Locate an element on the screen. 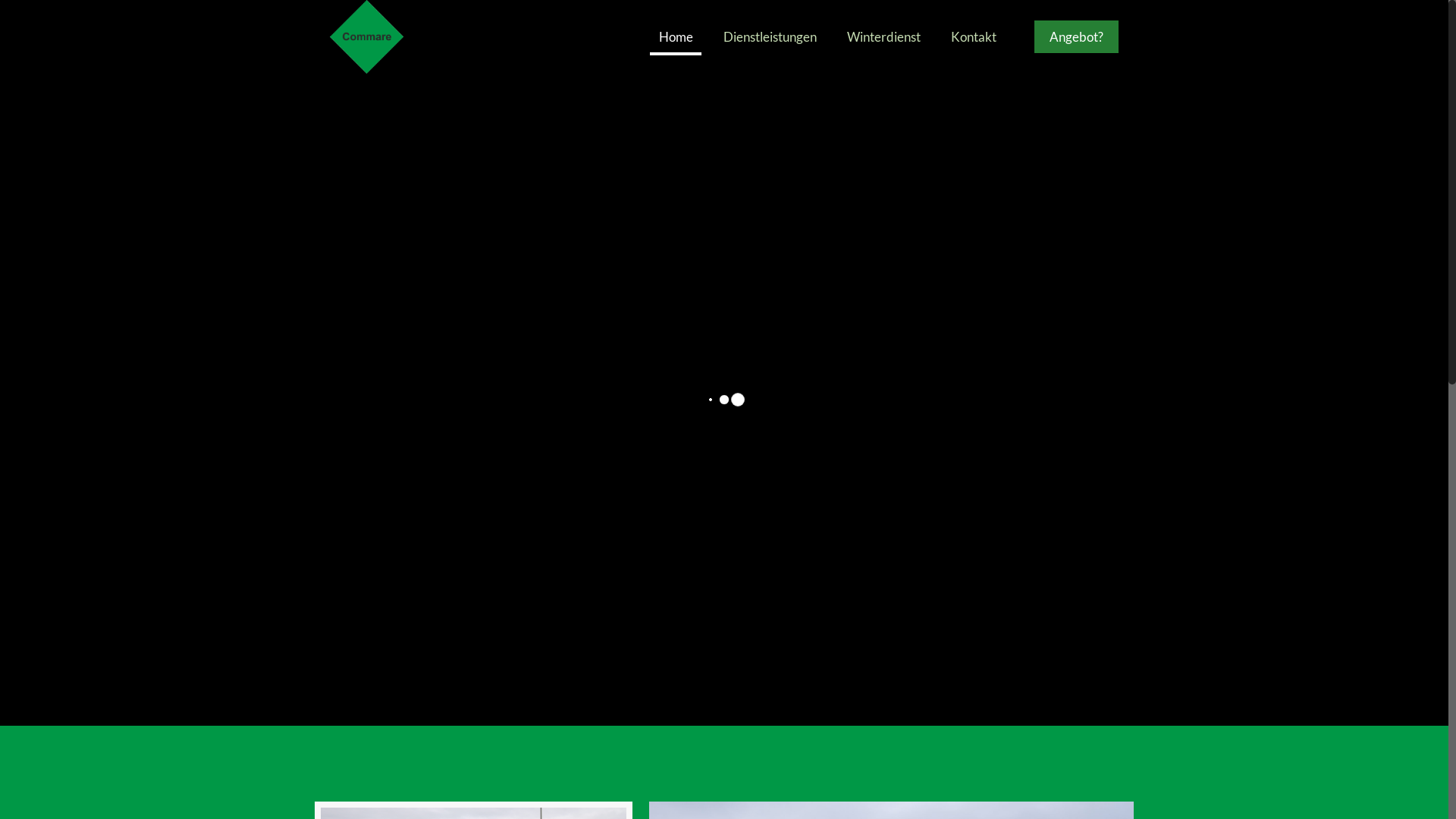 The width and height of the screenshot is (1456, 819). 'Angebot?' is located at coordinates (1075, 35).